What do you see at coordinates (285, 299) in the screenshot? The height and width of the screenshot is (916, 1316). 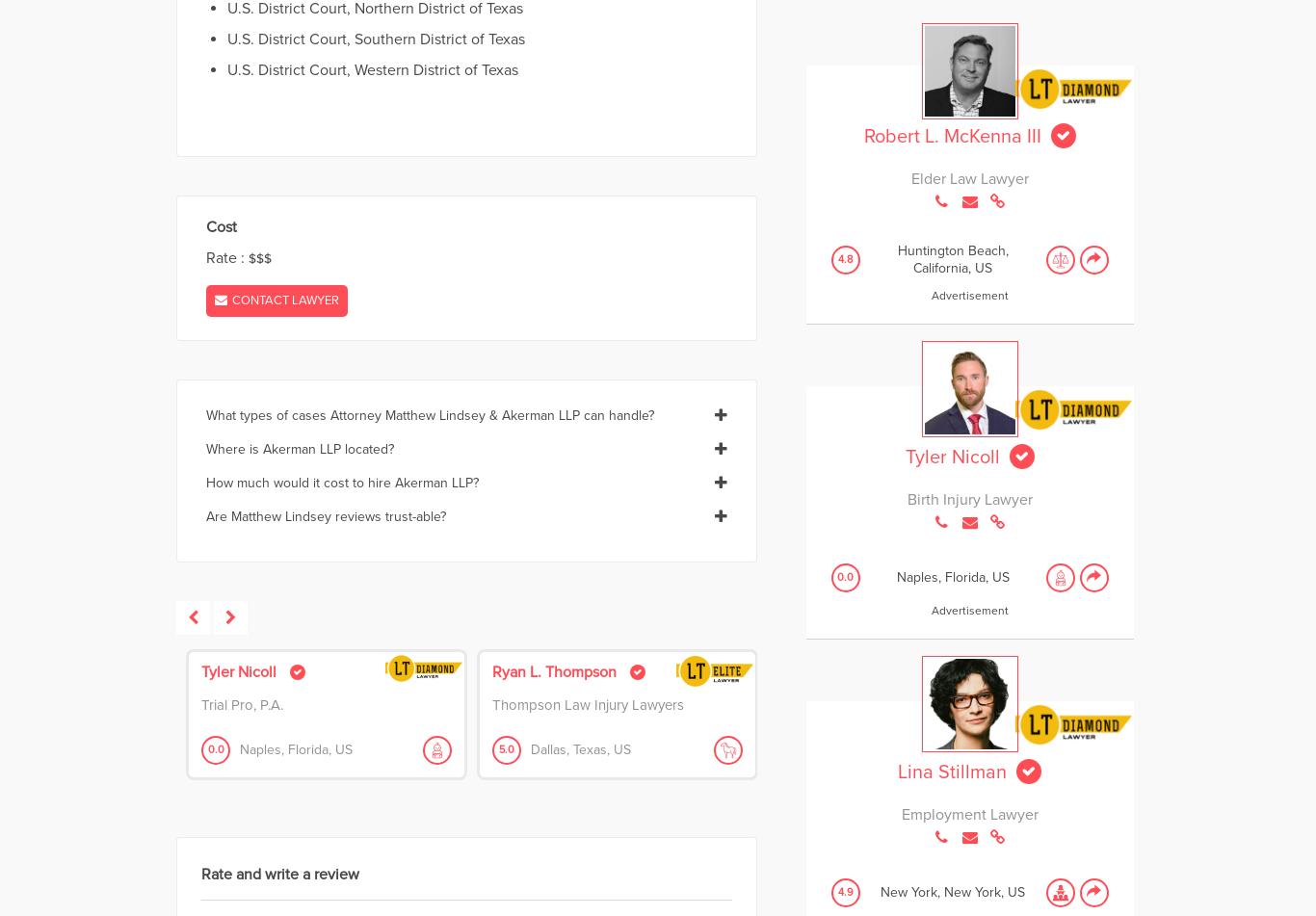 I see `'Contact Lawyer'` at bounding box center [285, 299].